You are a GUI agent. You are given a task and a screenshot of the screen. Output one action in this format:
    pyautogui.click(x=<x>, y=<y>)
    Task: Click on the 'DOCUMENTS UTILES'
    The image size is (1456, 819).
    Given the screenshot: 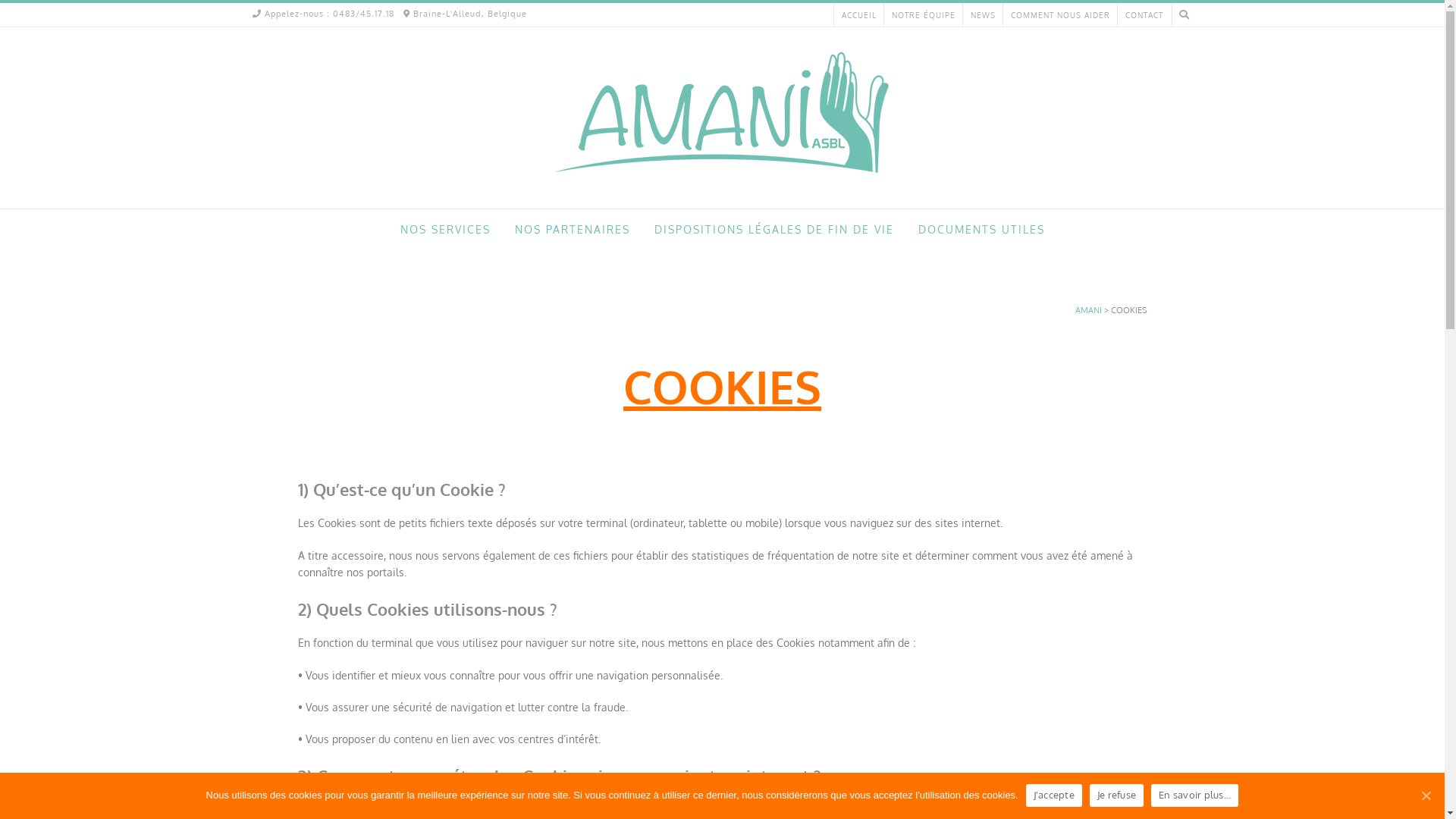 What is the action you would take?
    pyautogui.click(x=981, y=231)
    